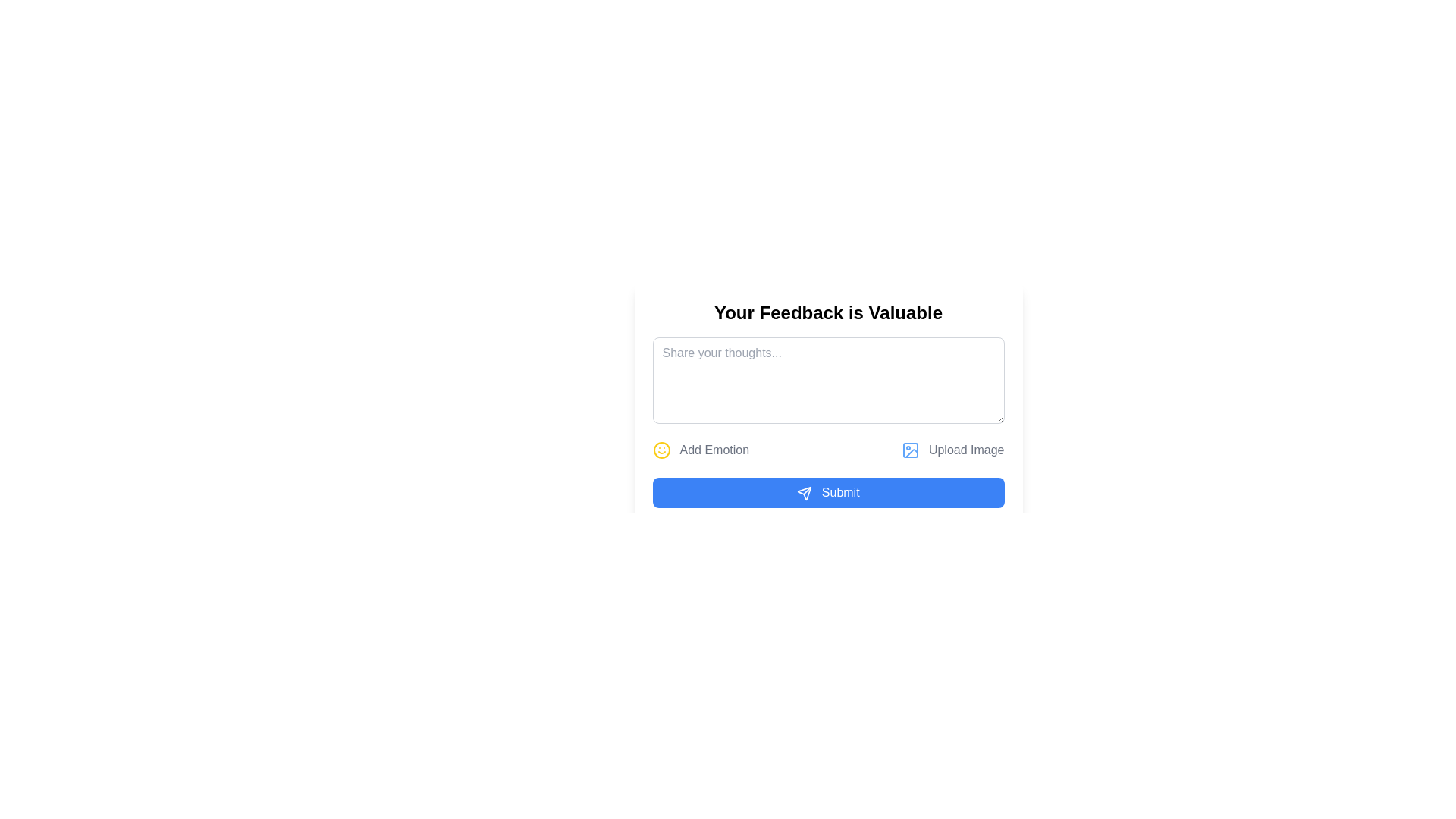 This screenshot has width=1456, height=819. I want to click on the image upload button located towards the bottom right of the user interface to upload an image, so click(952, 450).